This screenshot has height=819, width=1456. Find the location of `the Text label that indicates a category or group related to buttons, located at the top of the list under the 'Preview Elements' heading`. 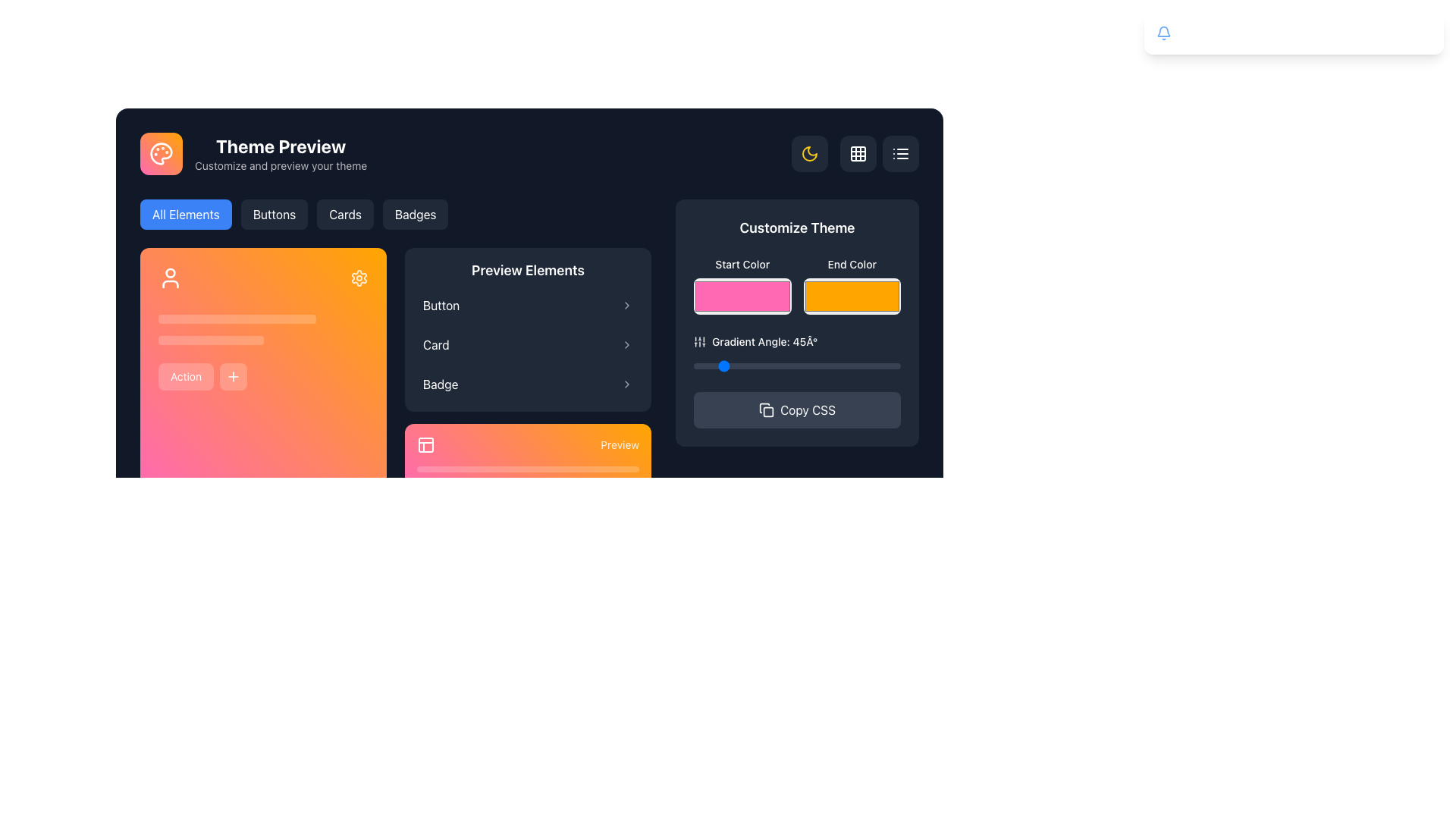

the Text label that indicates a category or group related to buttons, located at the top of the list under the 'Preview Elements' heading is located at coordinates (441, 305).